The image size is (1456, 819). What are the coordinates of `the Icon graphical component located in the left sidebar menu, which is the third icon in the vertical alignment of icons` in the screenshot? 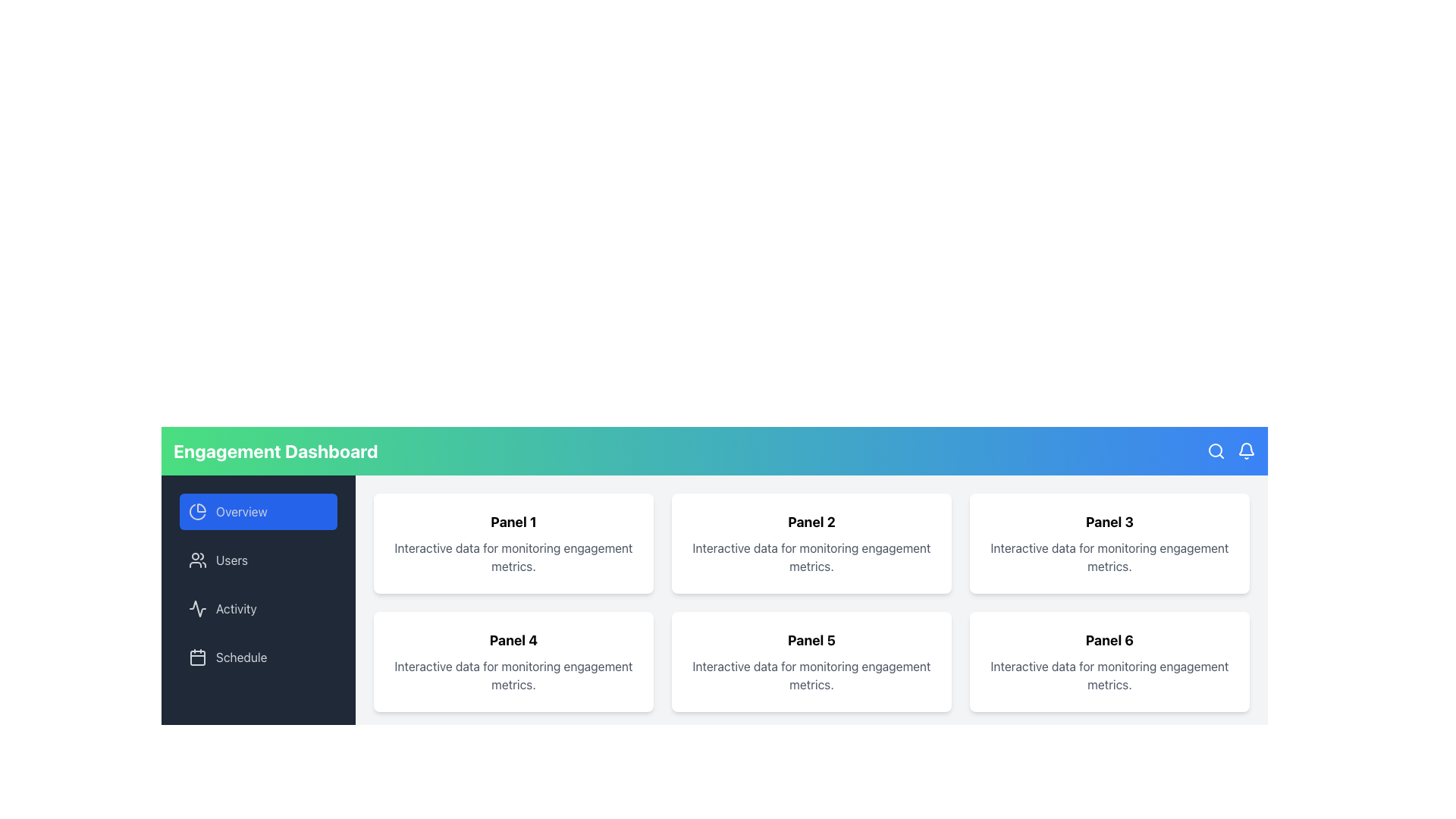 It's located at (196, 607).